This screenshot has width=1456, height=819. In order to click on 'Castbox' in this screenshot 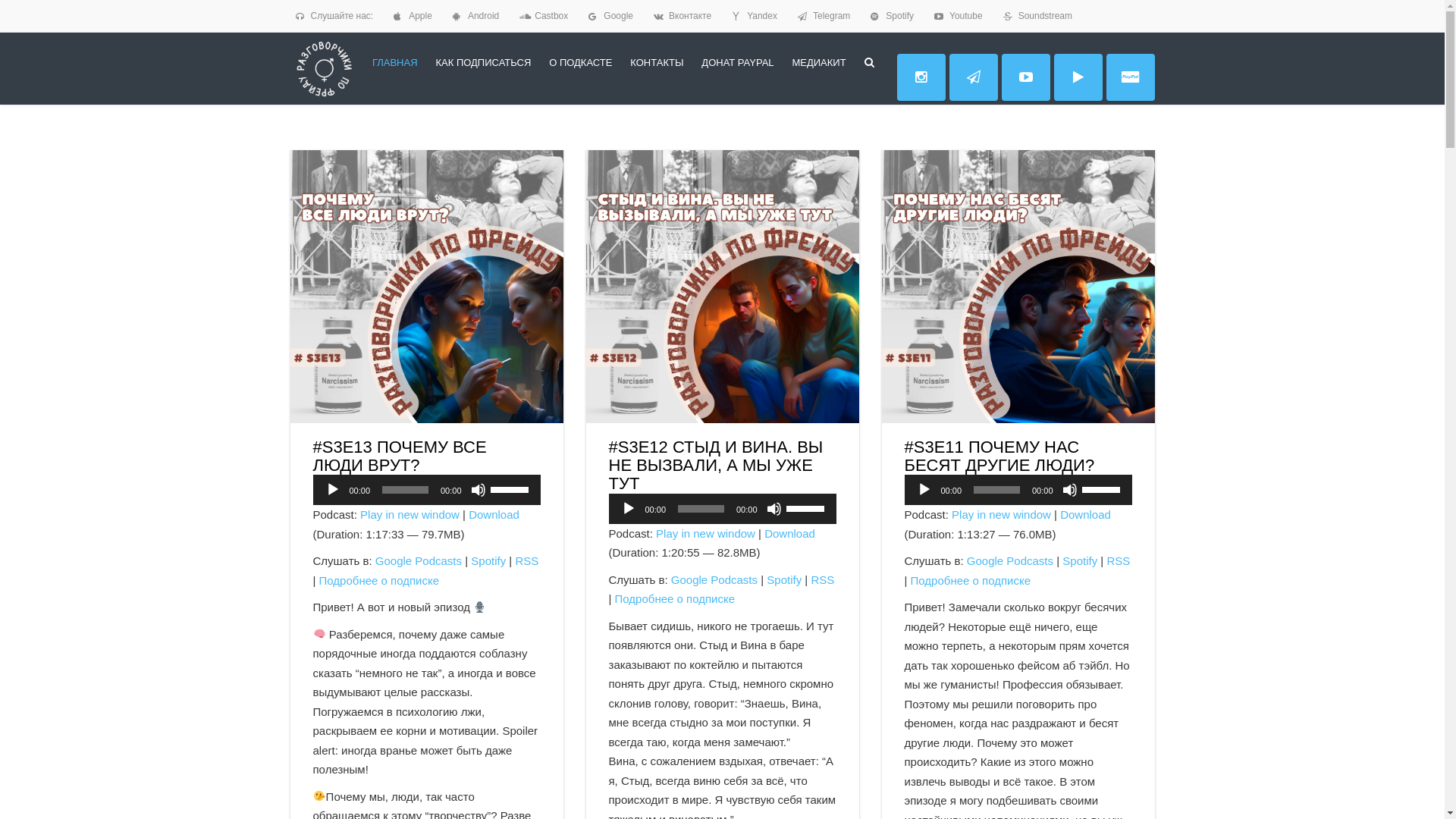, I will do `click(550, 15)`.